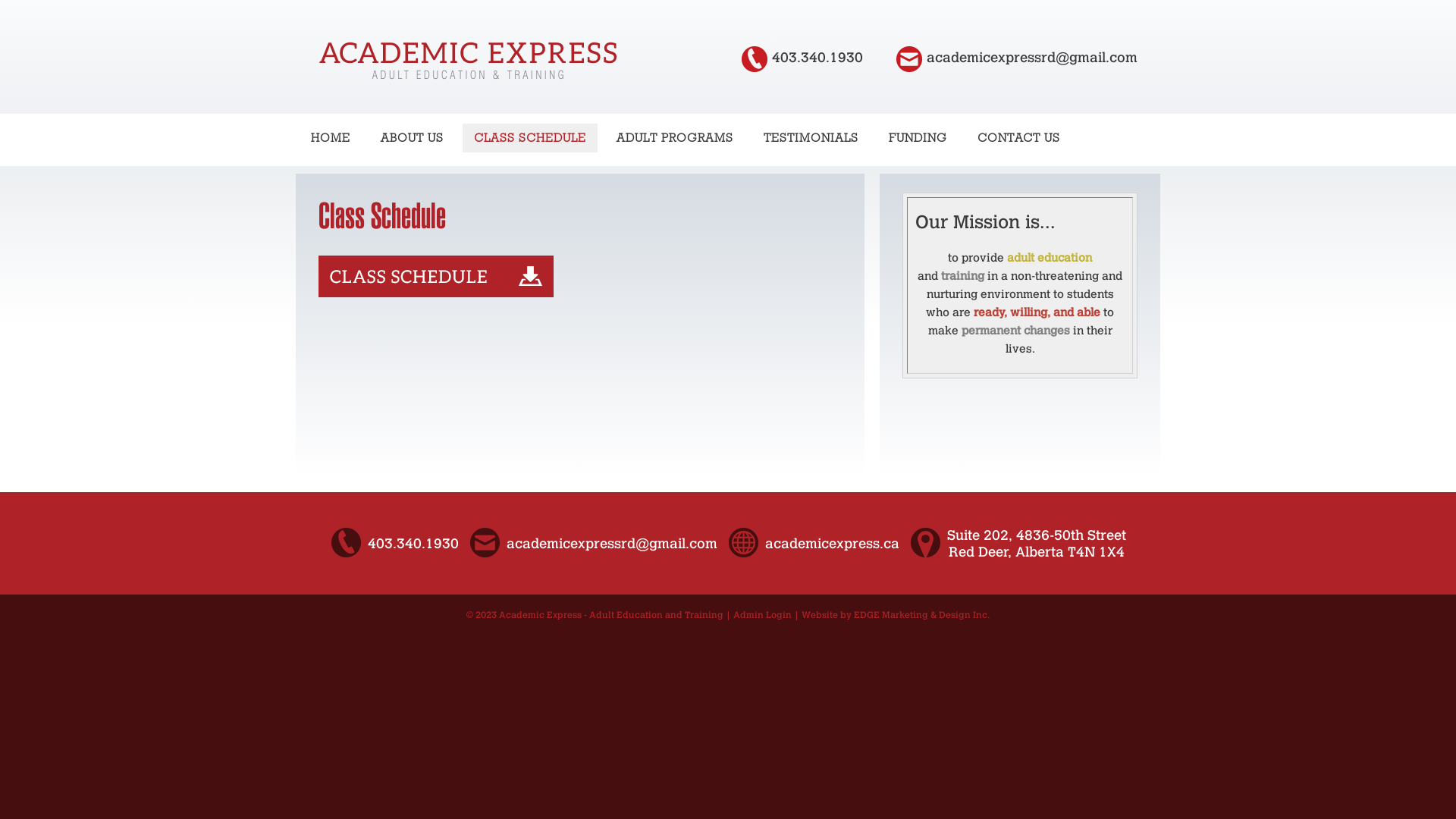 The width and height of the screenshot is (1456, 819). Describe the element at coordinates (752, 137) in the screenshot. I see `'TESTIMONIALS'` at that location.